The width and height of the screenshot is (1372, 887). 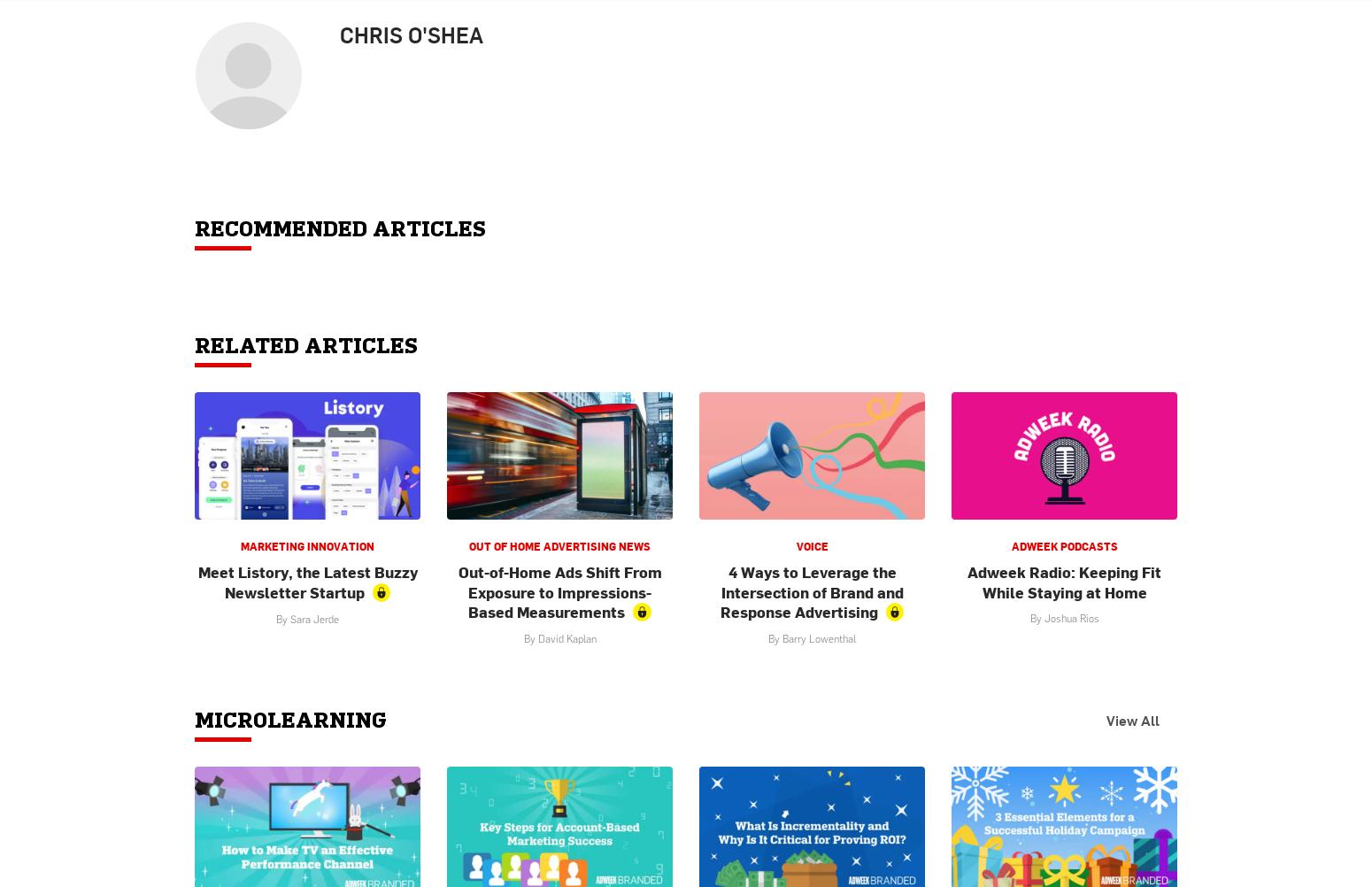 What do you see at coordinates (718, 591) in the screenshot?
I see `'4 Ways to Leverage the Intersection of Brand and Response Advertising'` at bounding box center [718, 591].